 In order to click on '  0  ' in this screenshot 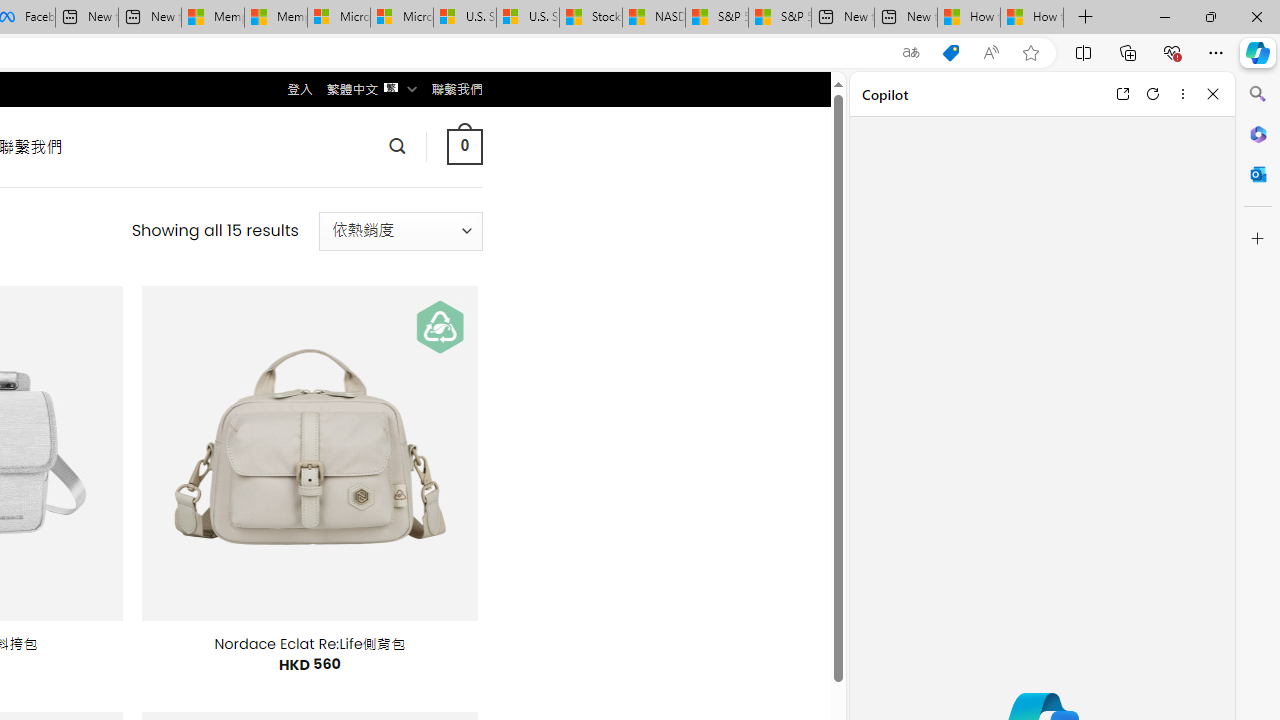, I will do `click(463, 145)`.